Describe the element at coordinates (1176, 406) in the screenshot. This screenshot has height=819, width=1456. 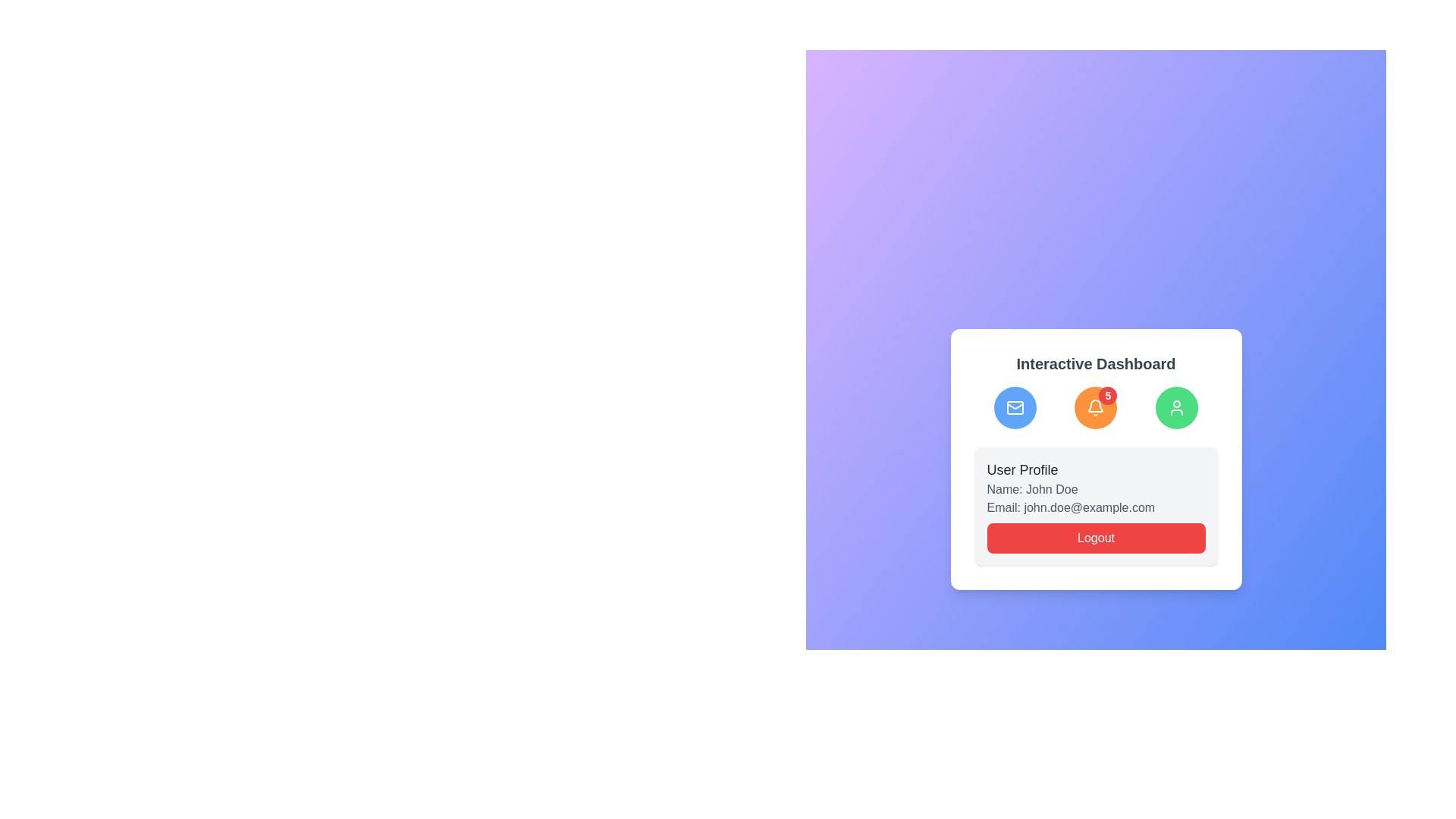
I see `the user icon within the green circular button labeled 'Toggle Profile'` at that location.